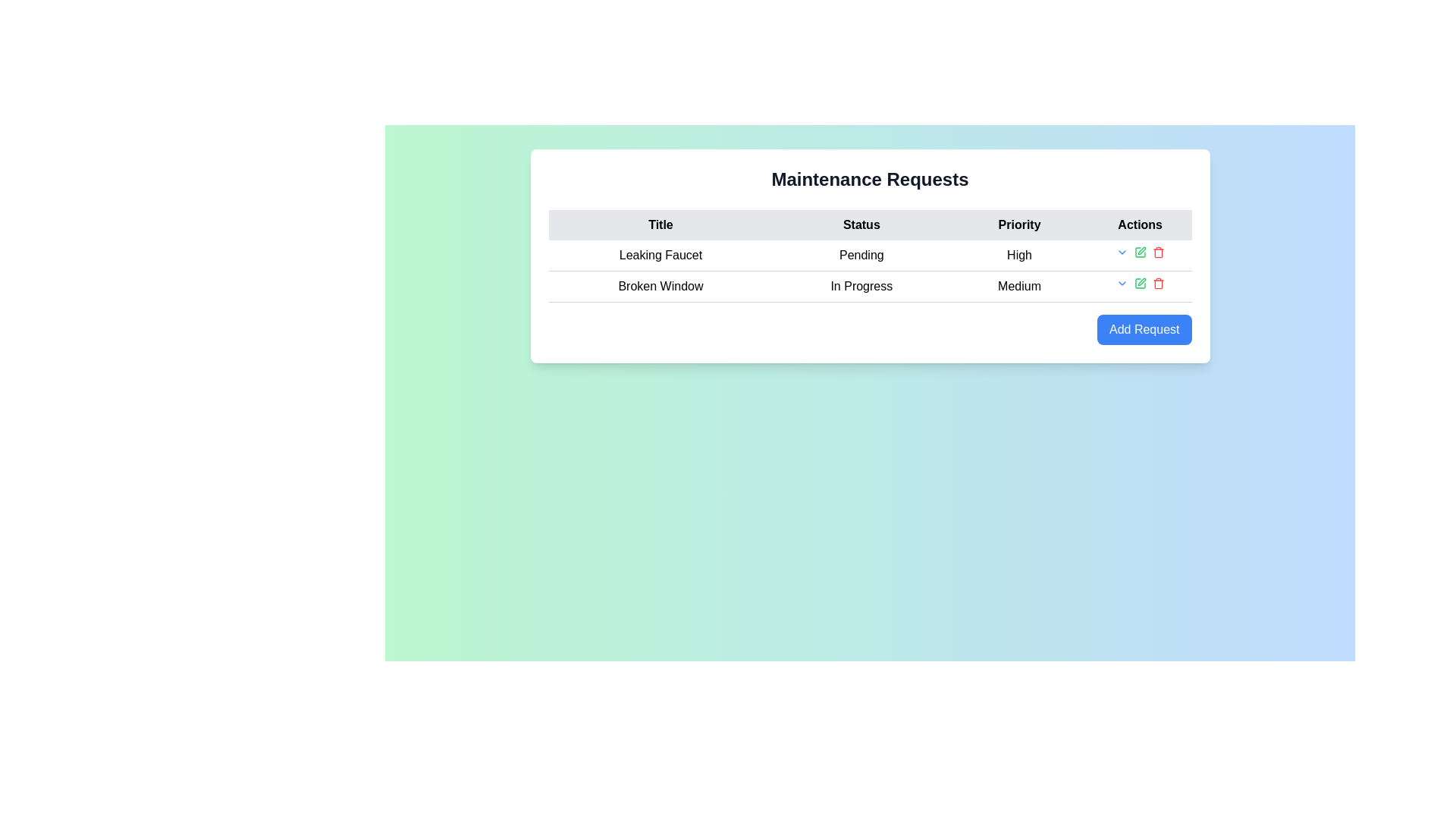 The width and height of the screenshot is (1456, 819). What do you see at coordinates (1140, 284) in the screenshot?
I see `the green edit icon in the 'Actions' column of the second row corresponding to the 'Broken Window' entry` at bounding box center [1140, 284].